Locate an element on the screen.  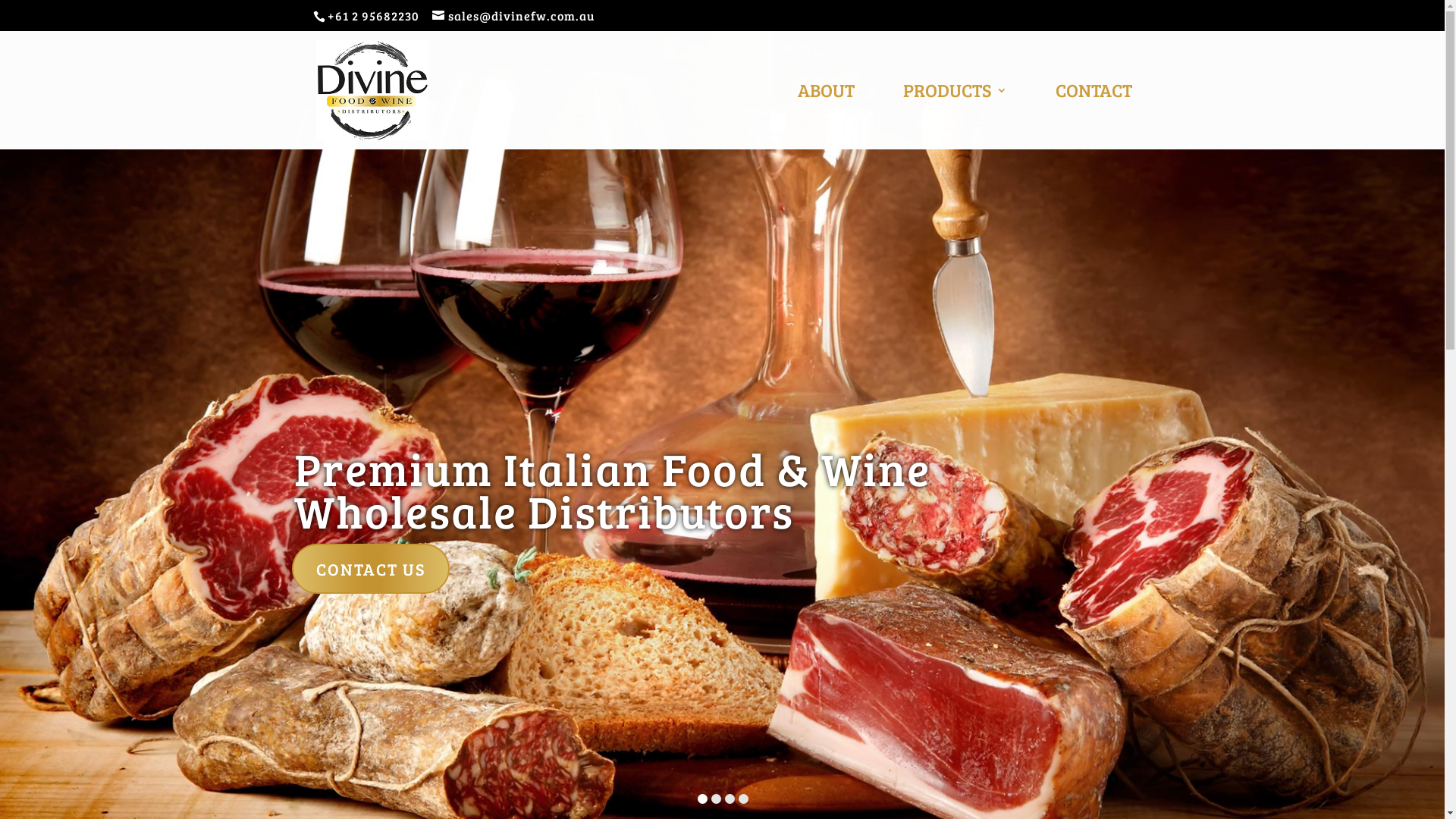
'CONTACT' is located at coordinates (1094, 116).